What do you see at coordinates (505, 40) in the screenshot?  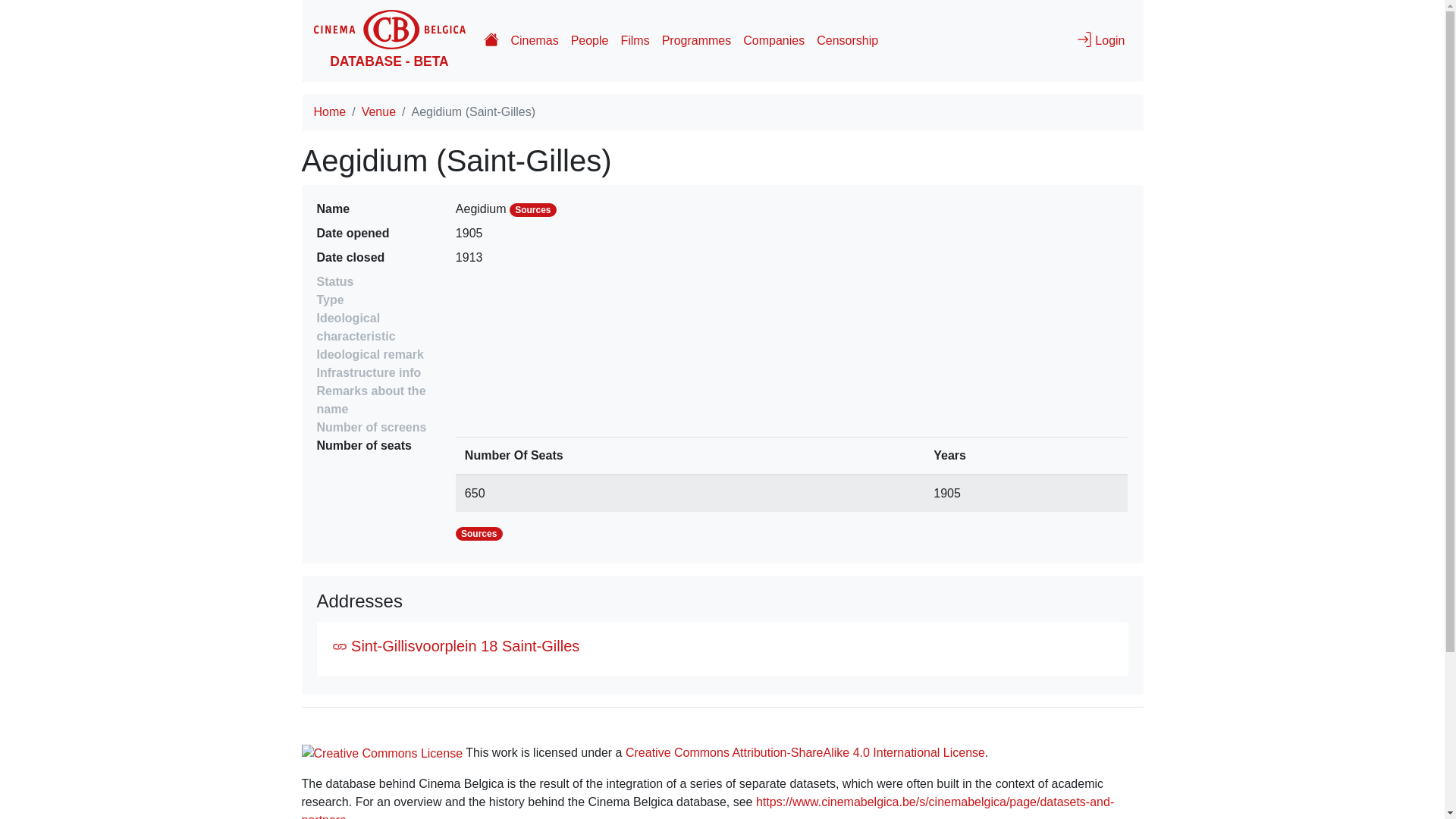 I see `'Cinemas'` at bounding box center [505, 40].